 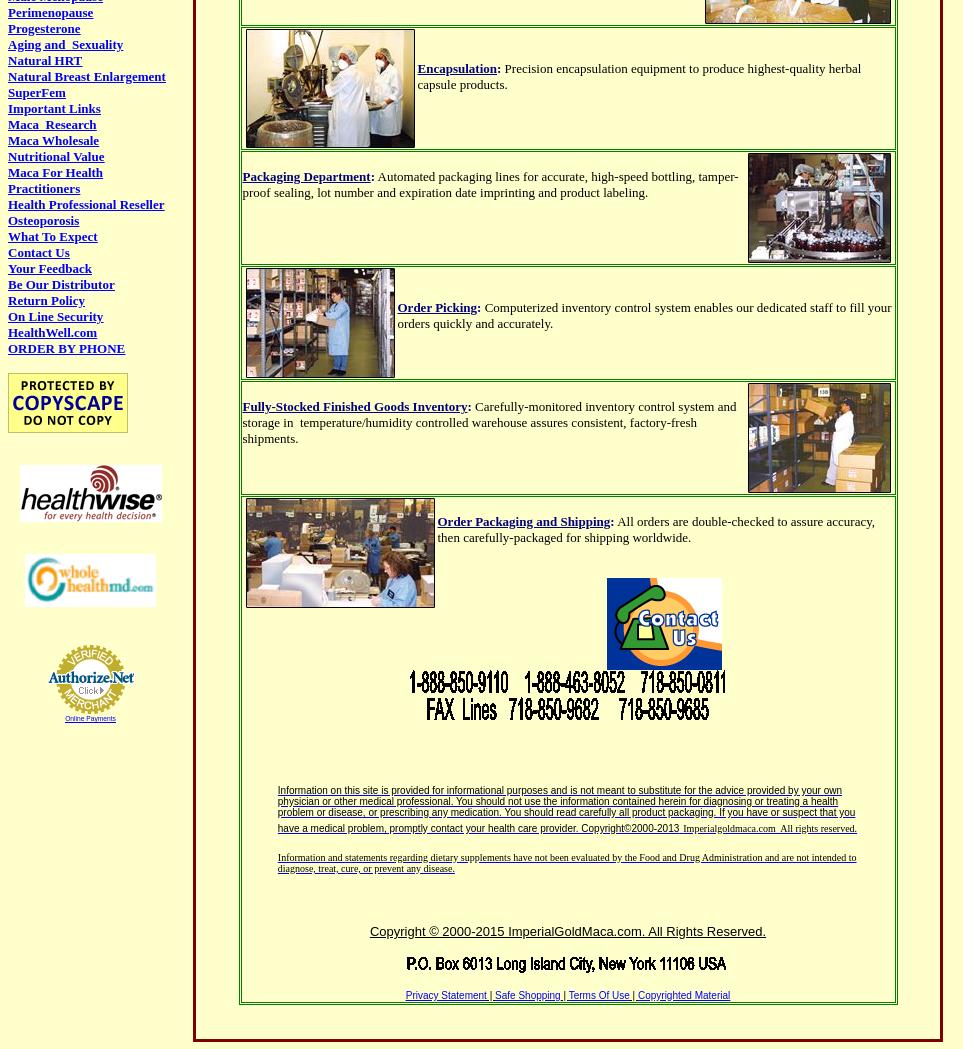 I want to click on 'ORDER BY PHONE', so click(x=66, y=347).